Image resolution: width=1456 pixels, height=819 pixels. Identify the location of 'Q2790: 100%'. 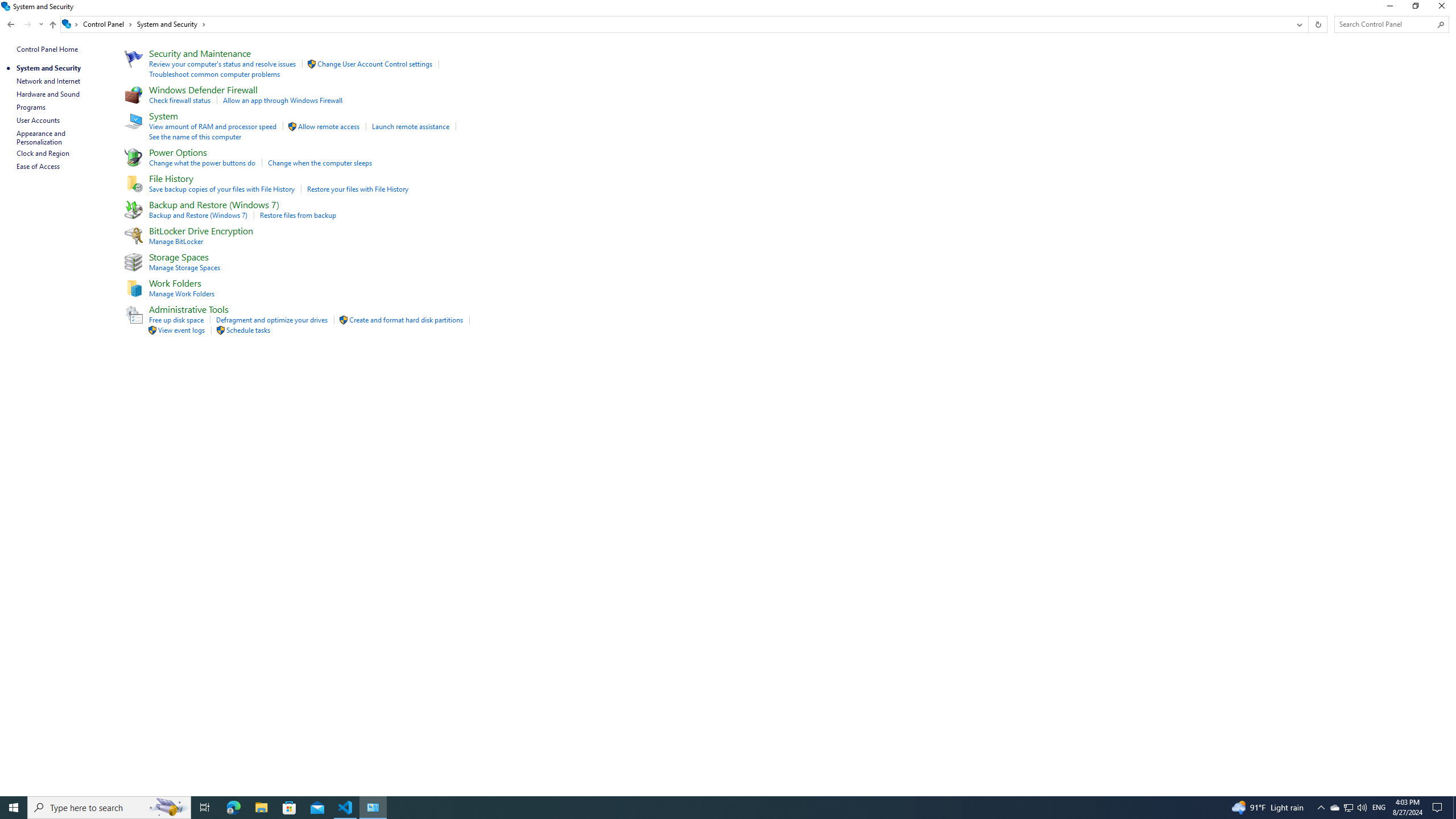
(1361, 806).